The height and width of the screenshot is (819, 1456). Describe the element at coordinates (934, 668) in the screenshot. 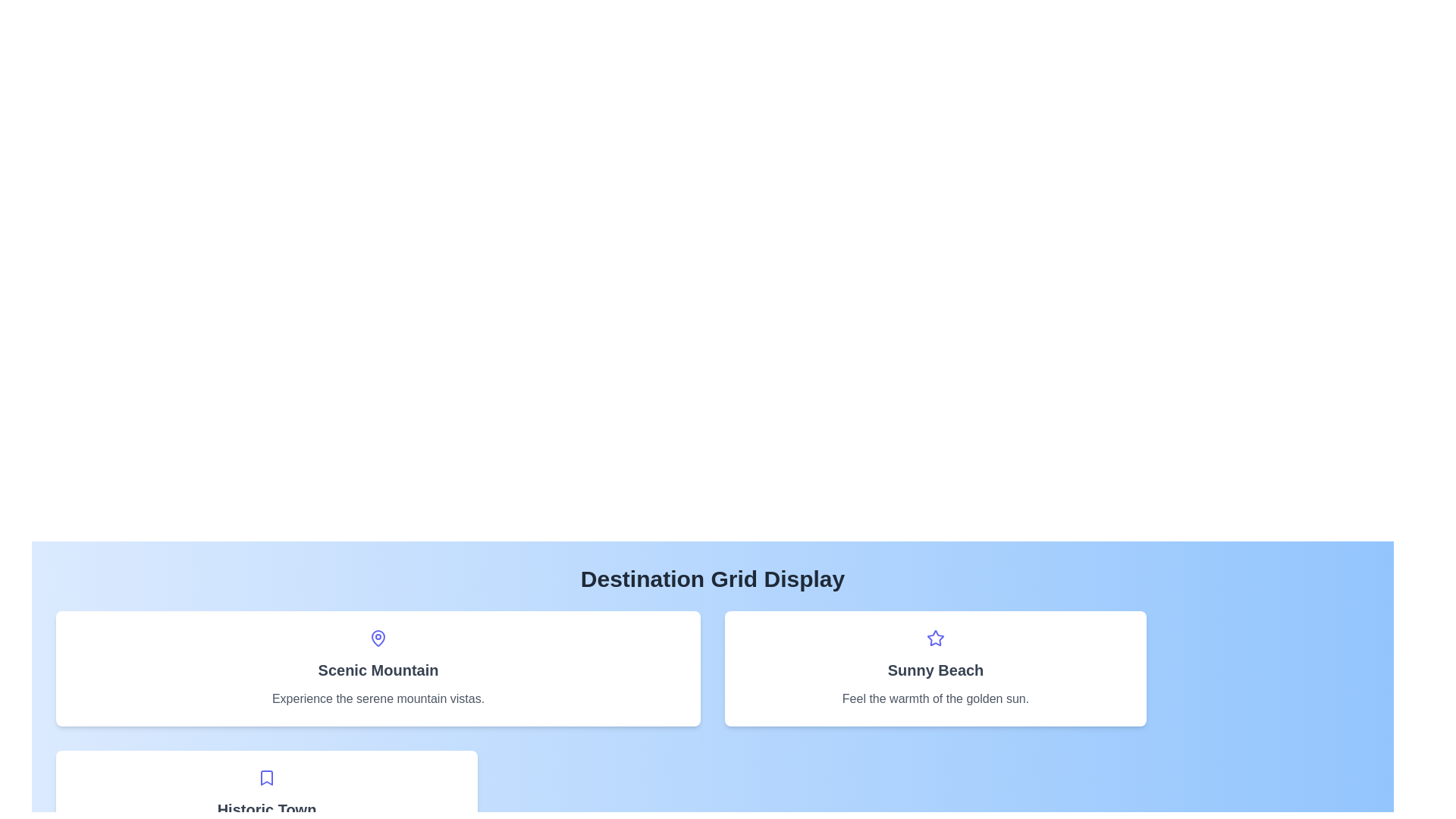

I see `the 'Sunny Beach' card, which is a rectangular card with a white background and a purple star icon at the top` at that location.